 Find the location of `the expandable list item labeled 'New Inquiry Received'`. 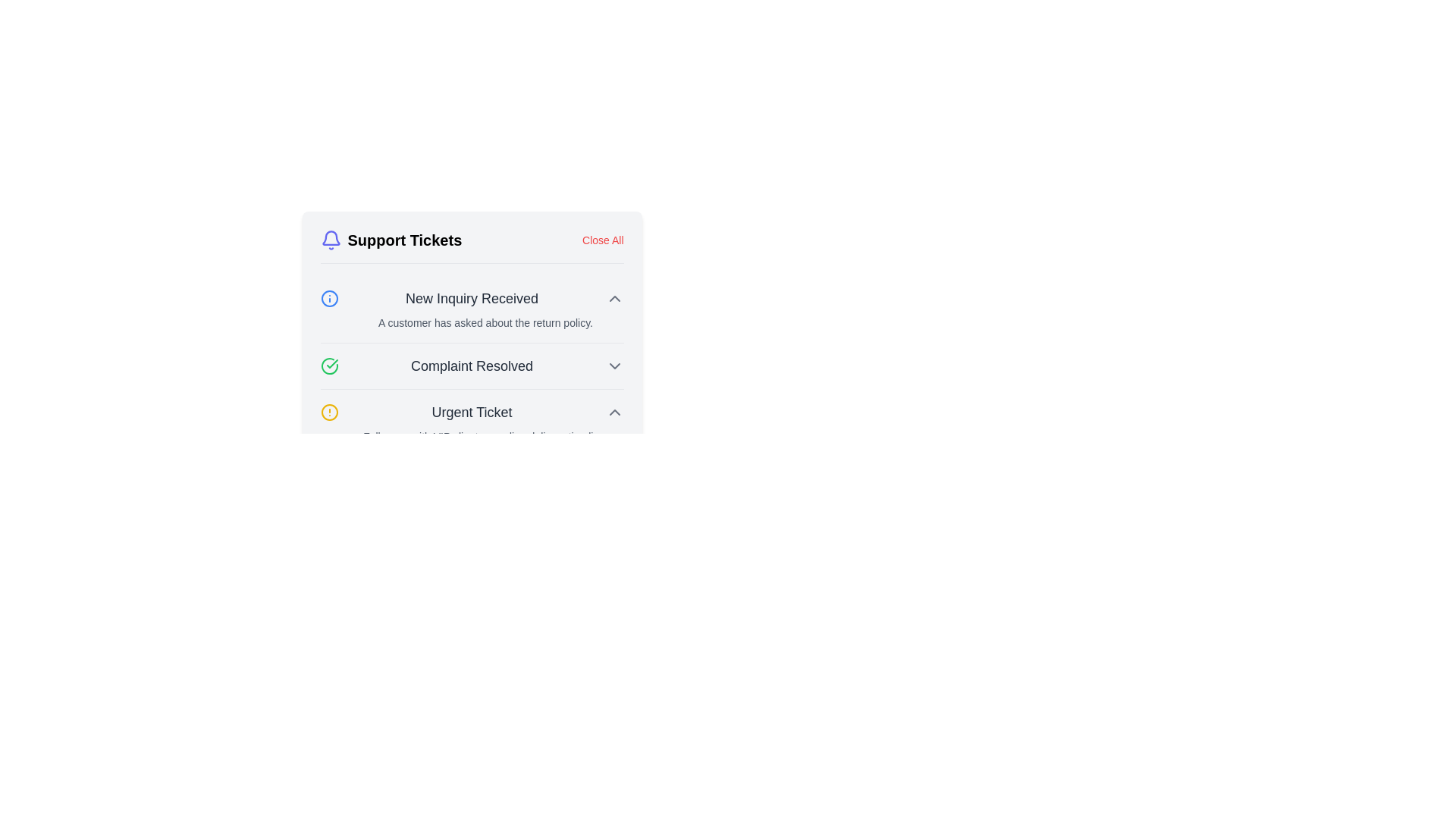

the expandable list item labeled 'New Inquiry Received' is located at coordinates (471, 298).